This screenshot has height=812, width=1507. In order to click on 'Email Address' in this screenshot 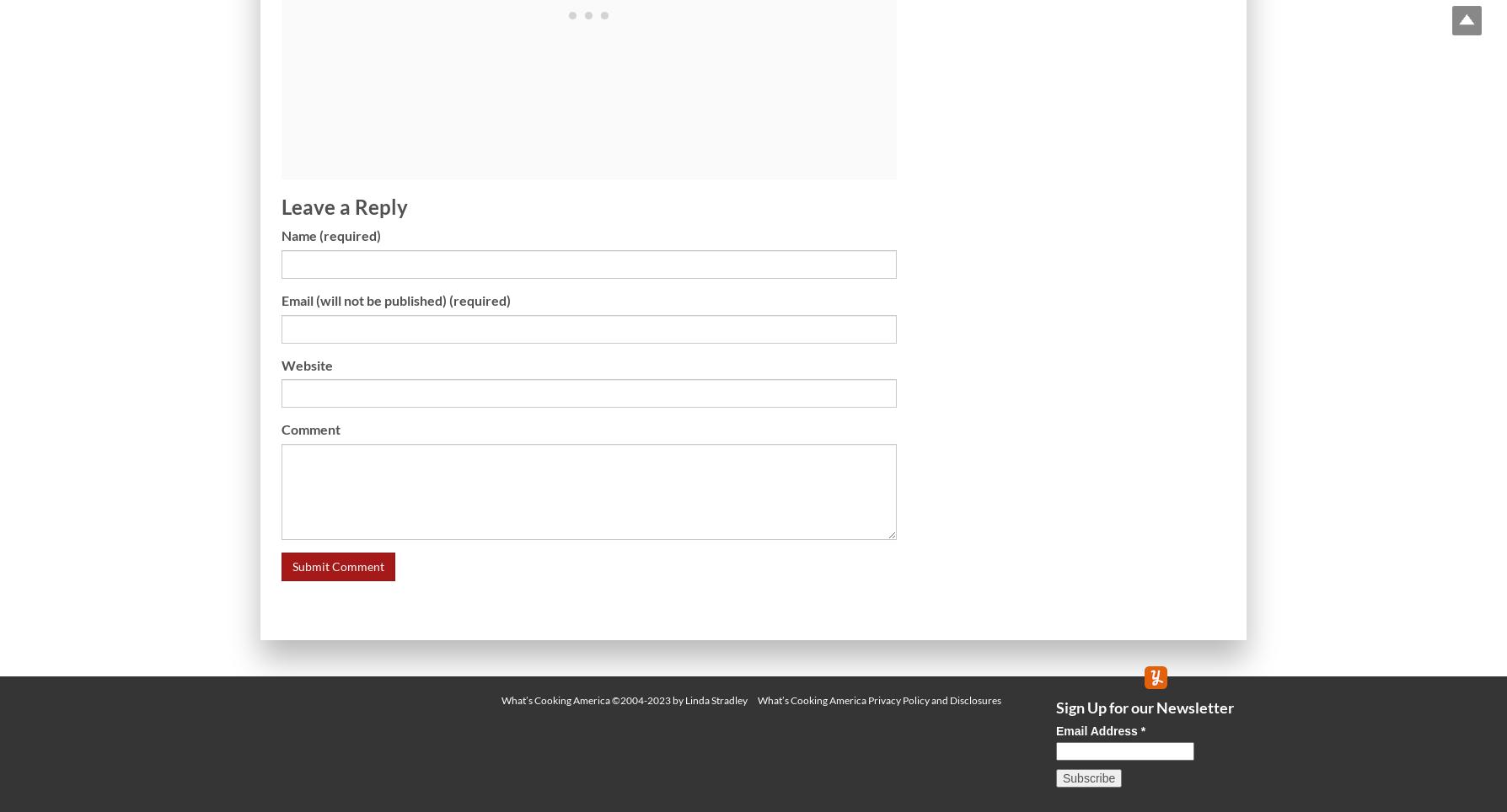, I will do `click(1097, 730)`.